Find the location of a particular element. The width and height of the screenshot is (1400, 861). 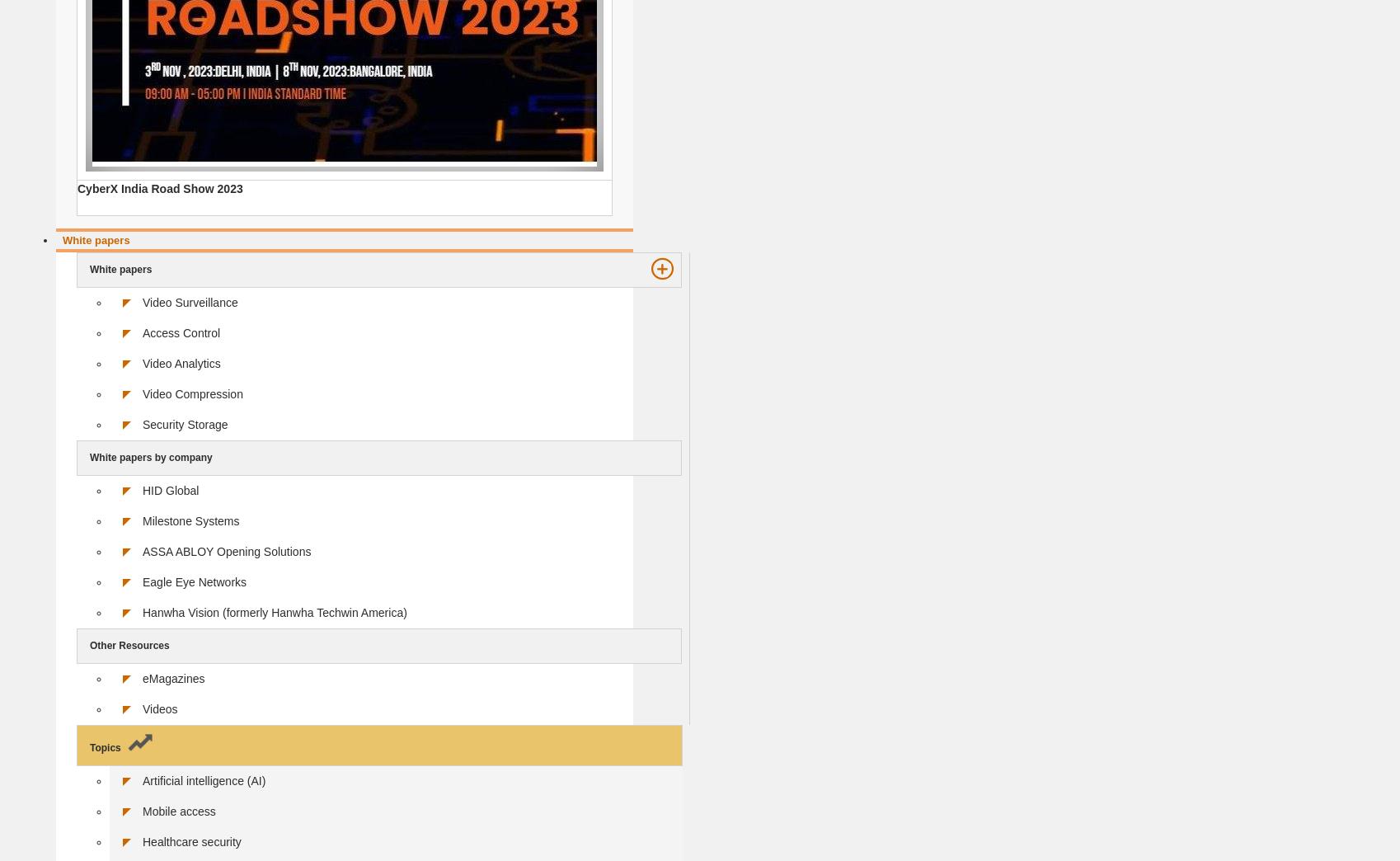

'Videos' is located at coordinates (160, 709).